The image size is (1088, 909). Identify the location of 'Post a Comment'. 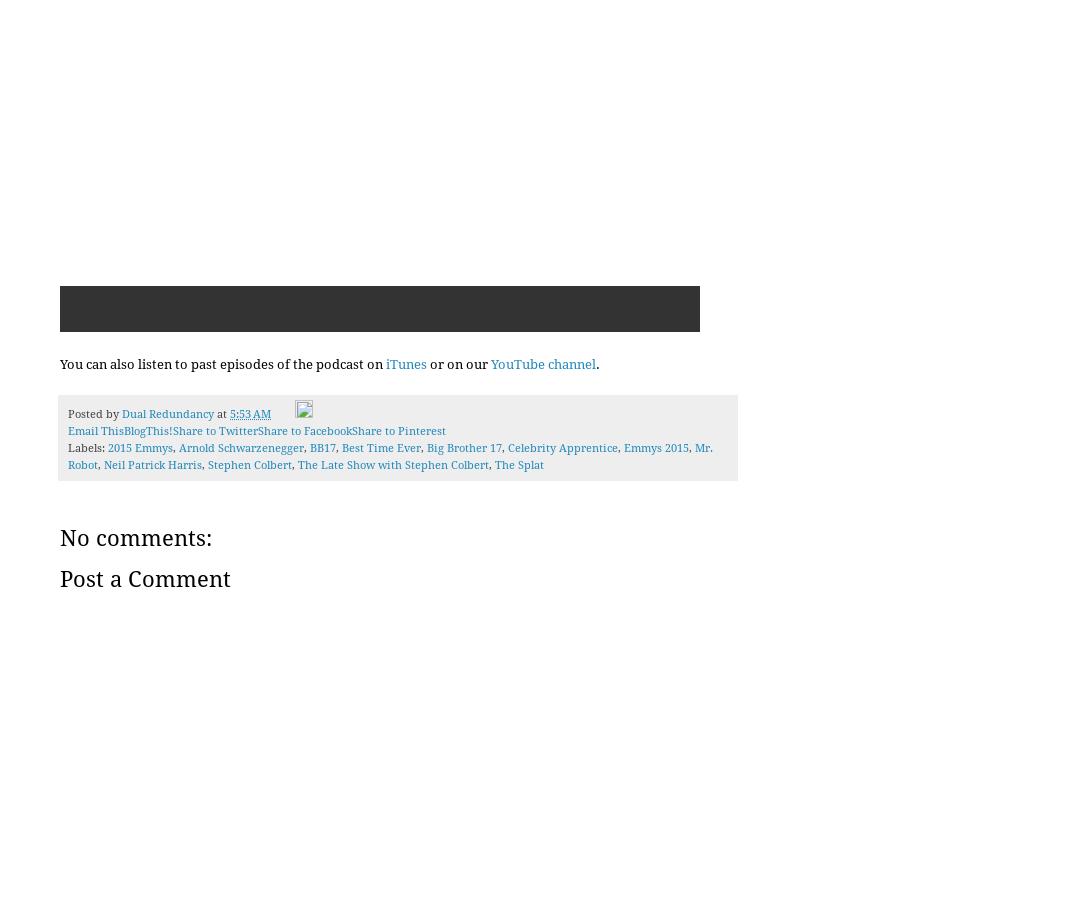
(144, 578).